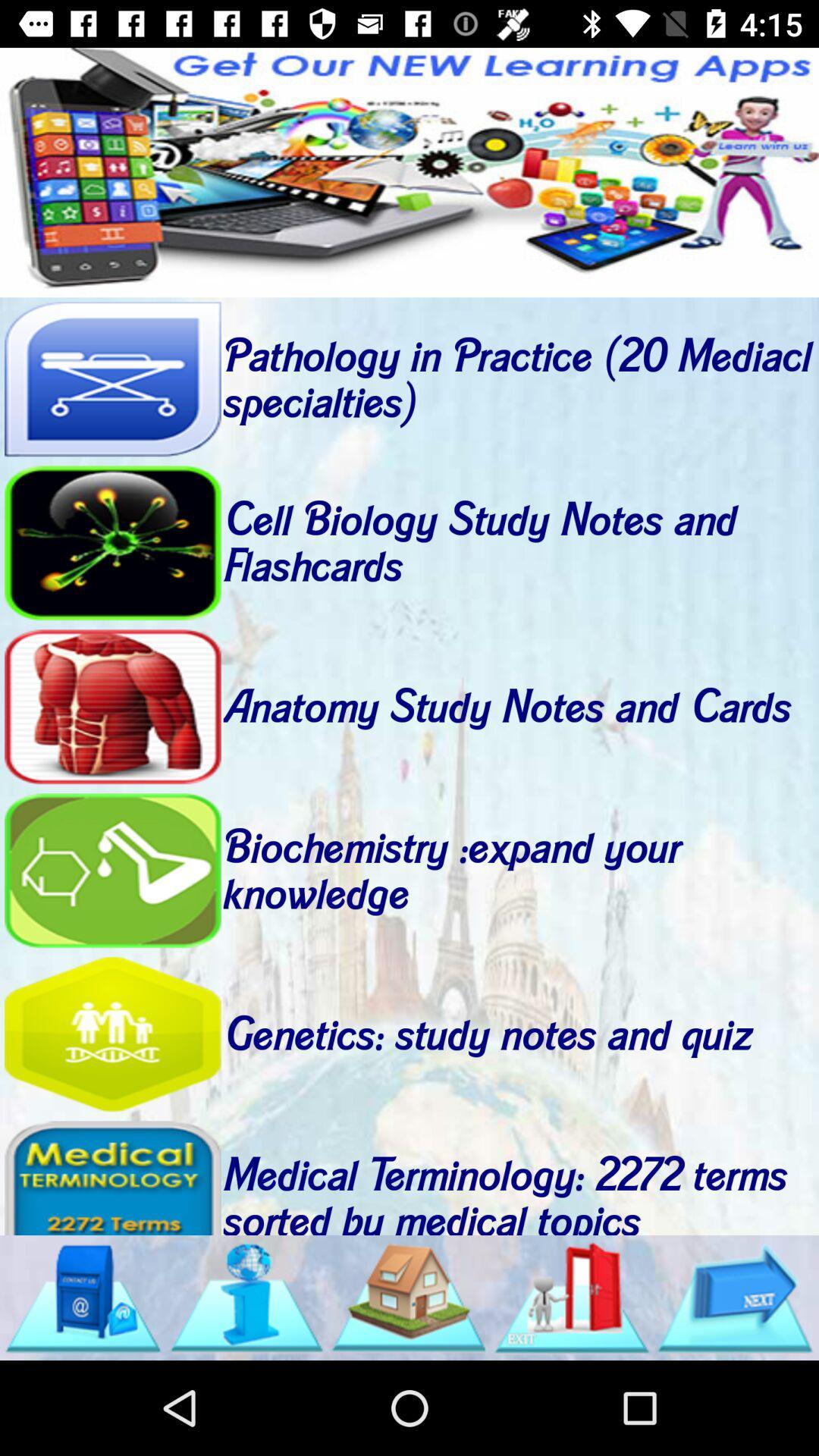 This screenshot has width=819, height=1456. I want to click on study anatomy notes and cards, so click(111, 706).